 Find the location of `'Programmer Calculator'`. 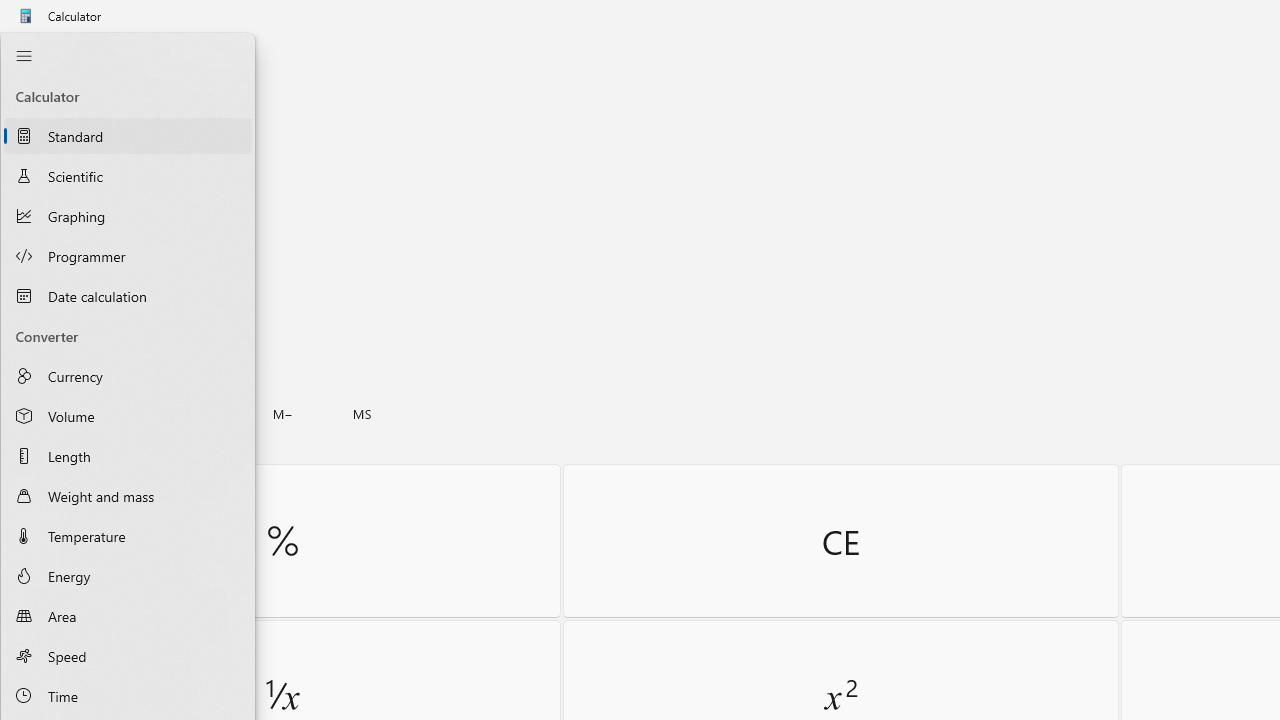

'Programmer Calculator' is located at coordinates (127, 255).